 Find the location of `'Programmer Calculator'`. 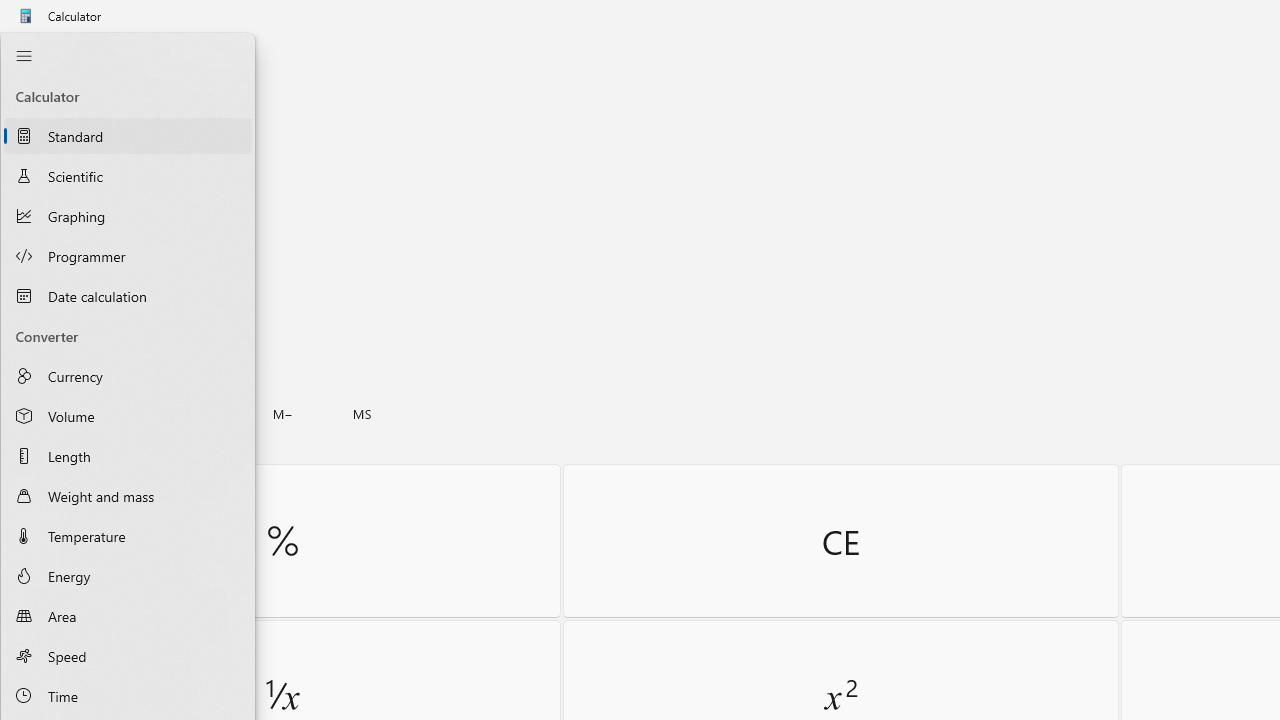

'Programmer Calculator' is located at coordinates (127, 255).